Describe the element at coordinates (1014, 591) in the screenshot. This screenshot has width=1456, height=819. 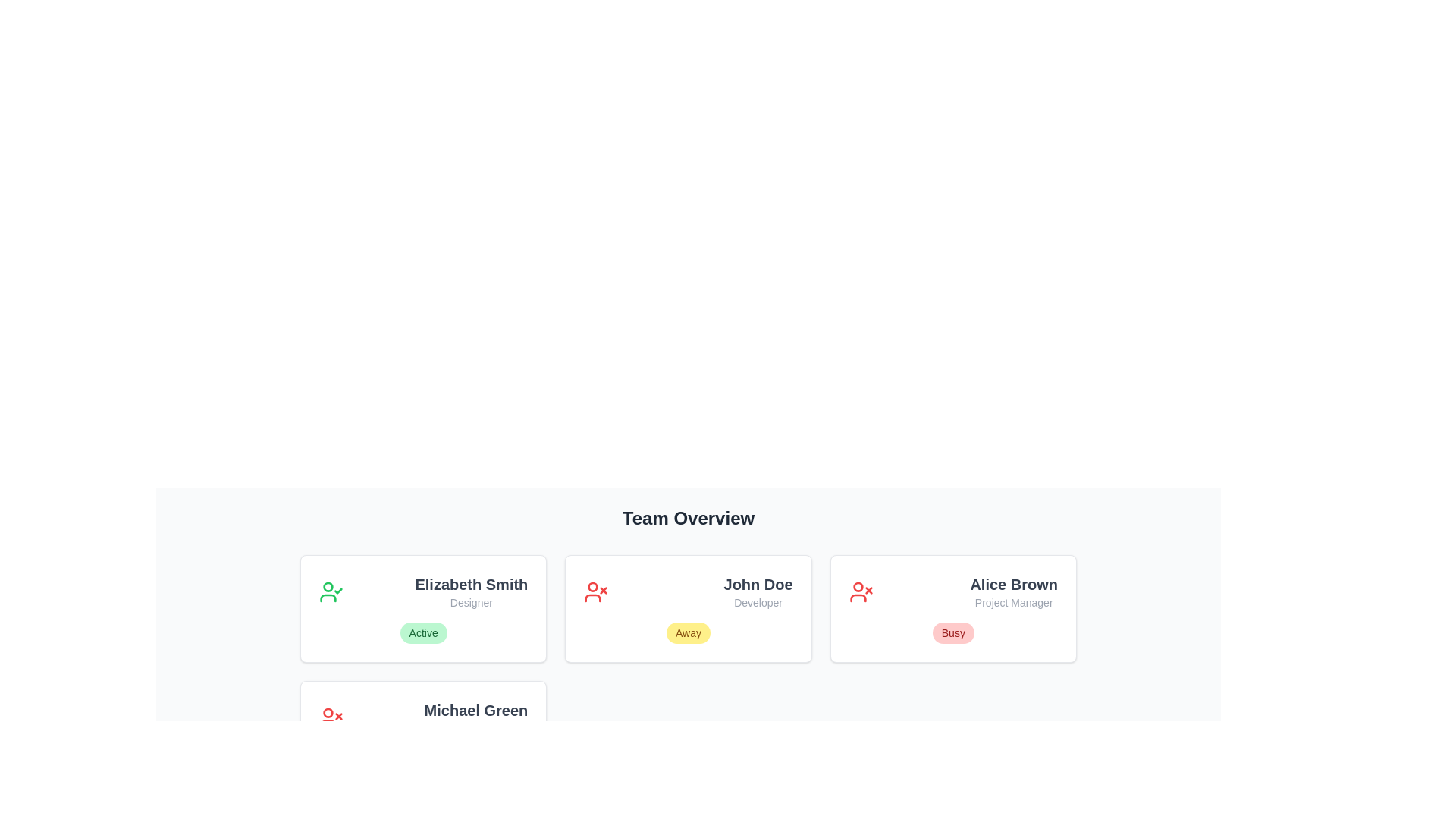
I see `the Text label displaying 'Alice Brown' and 'Project Manager' located in the rightmost card under the 'Team Overview' heading, situated above the 'Busy' status indicator` at that location.